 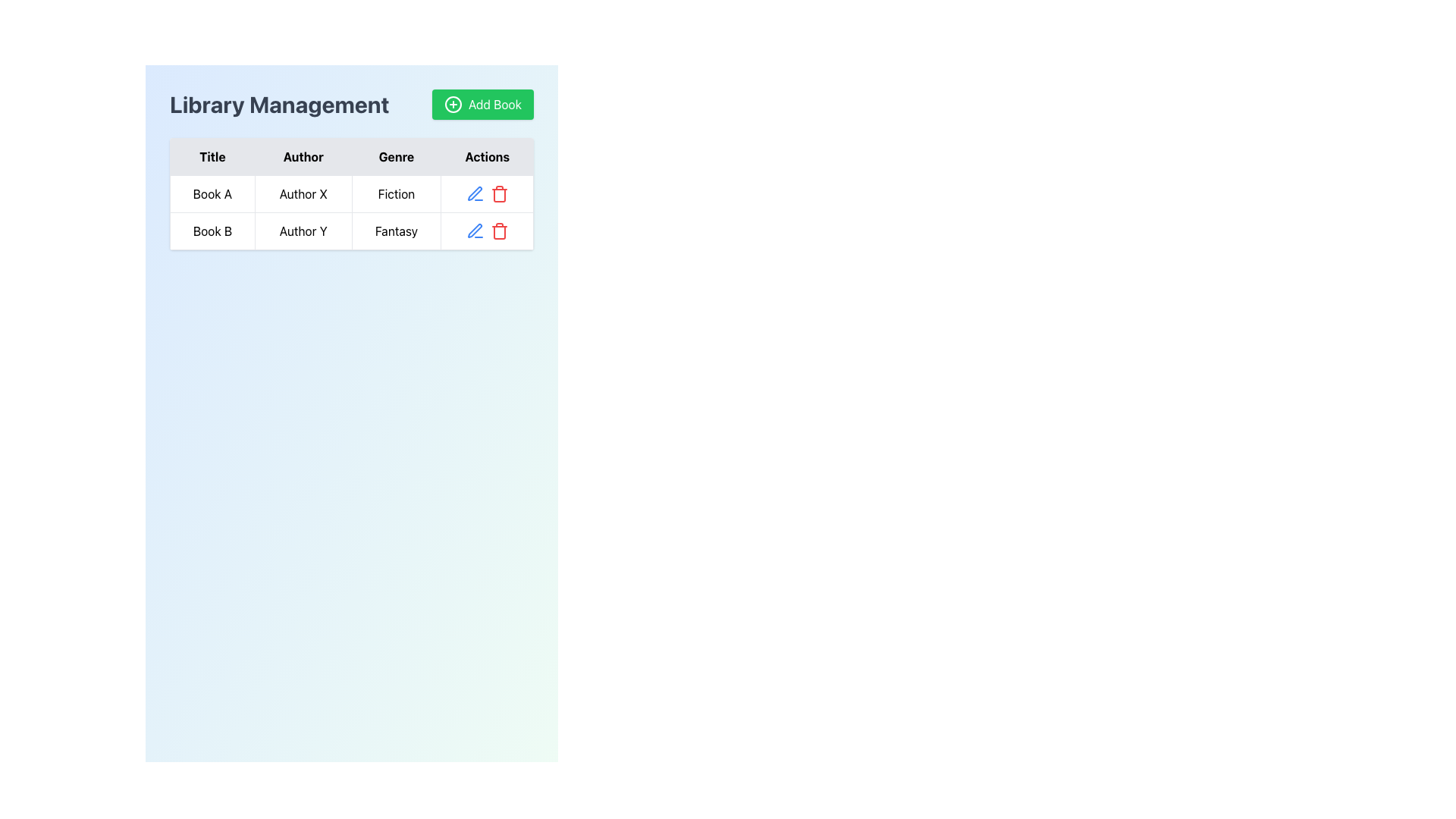 What do you see at coordinates (487, 157) in the screenshot?
I see `the fourth column header in the table, which is a static text label indicating actions for the data rows beneath it` at bounding box center [487, 157].